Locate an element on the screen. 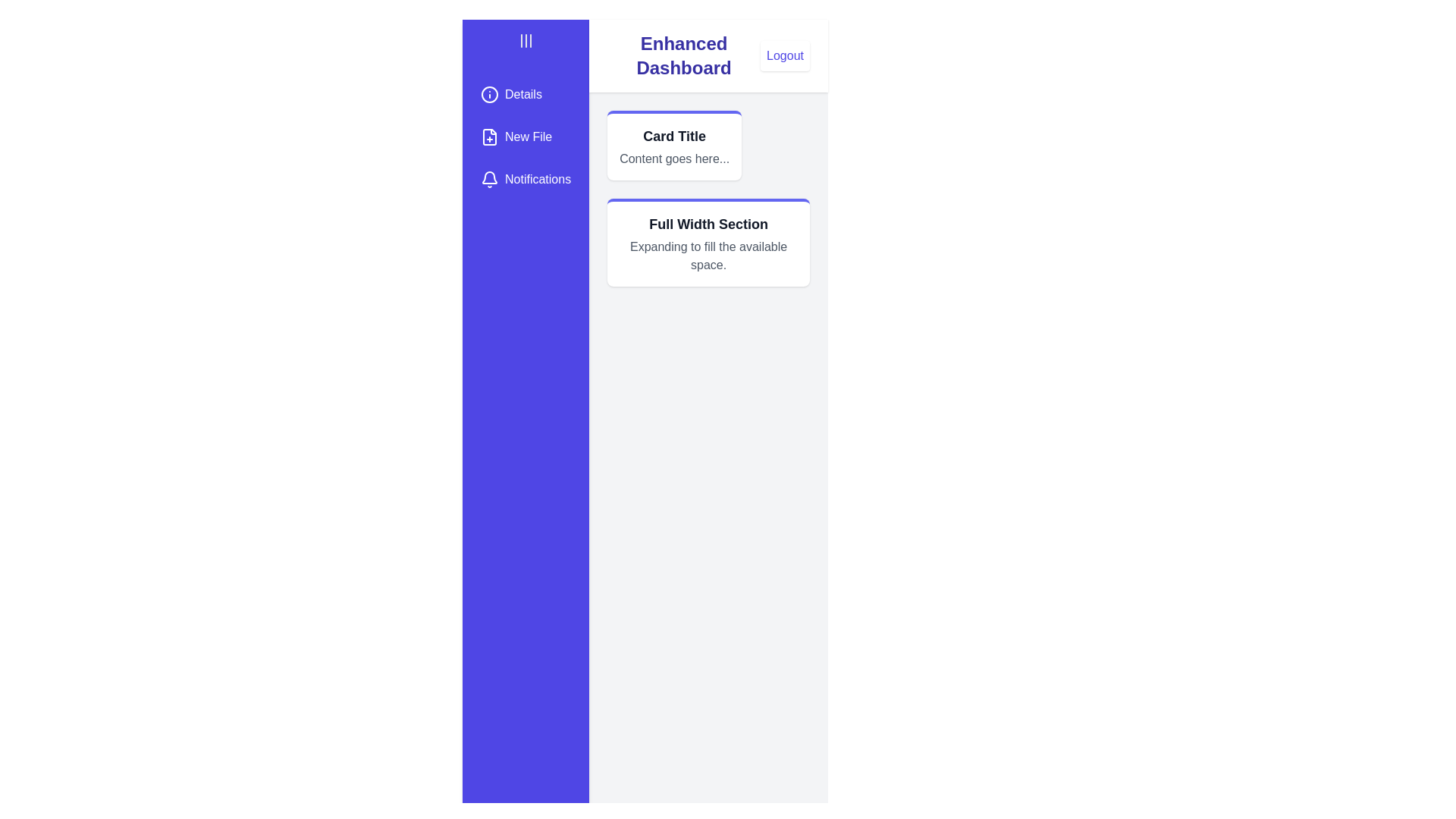 The image size is (1456, 819). the title text element located within the card component on the right-hand side of the interface, above the smaller text 'Content goes here...' is located at coordinates (673, 136).